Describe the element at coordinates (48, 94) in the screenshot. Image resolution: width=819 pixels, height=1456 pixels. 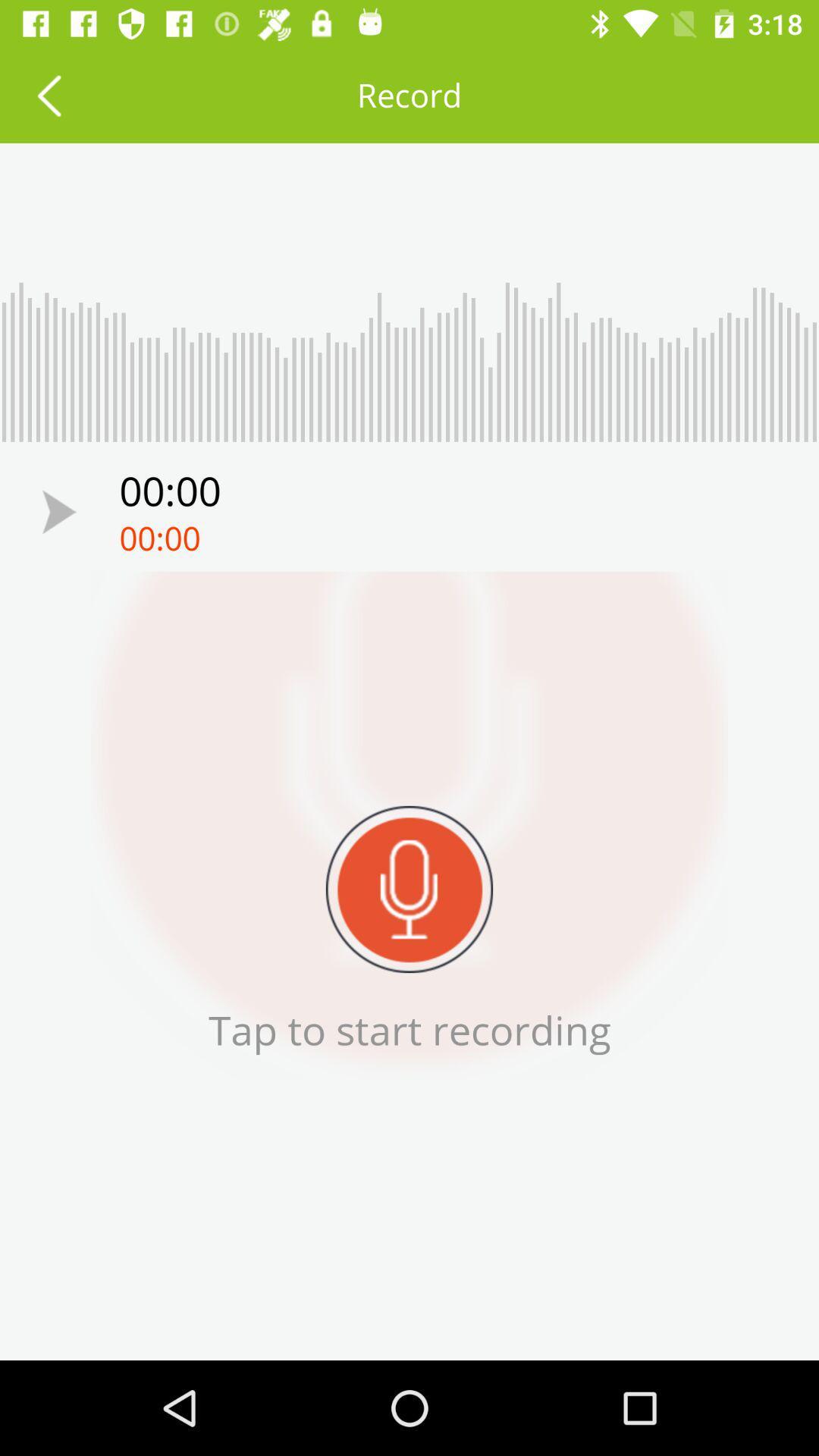
I see `go back` at that location.